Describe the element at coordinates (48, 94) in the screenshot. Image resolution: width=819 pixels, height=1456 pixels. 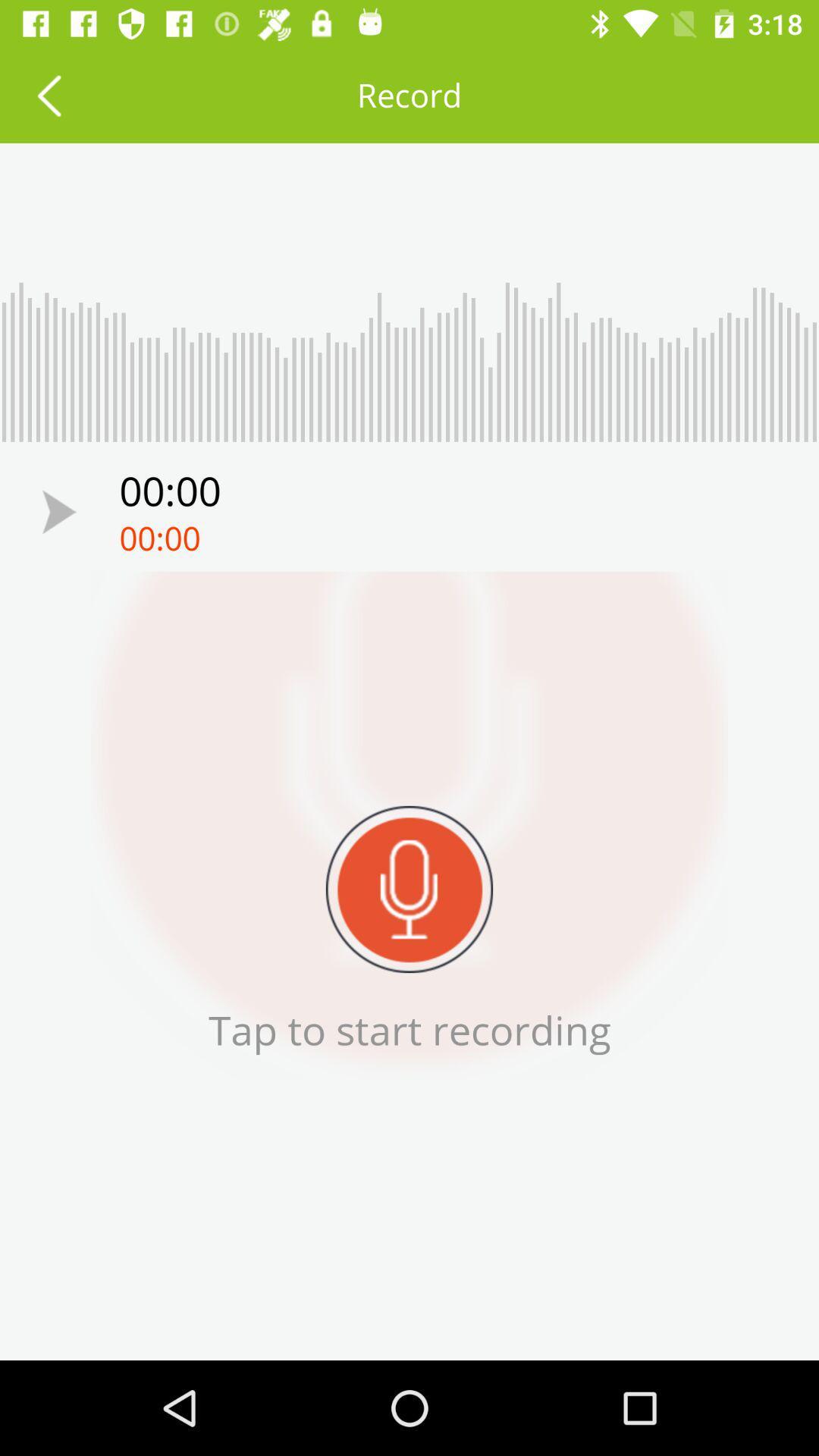
I see `go back` at that location.